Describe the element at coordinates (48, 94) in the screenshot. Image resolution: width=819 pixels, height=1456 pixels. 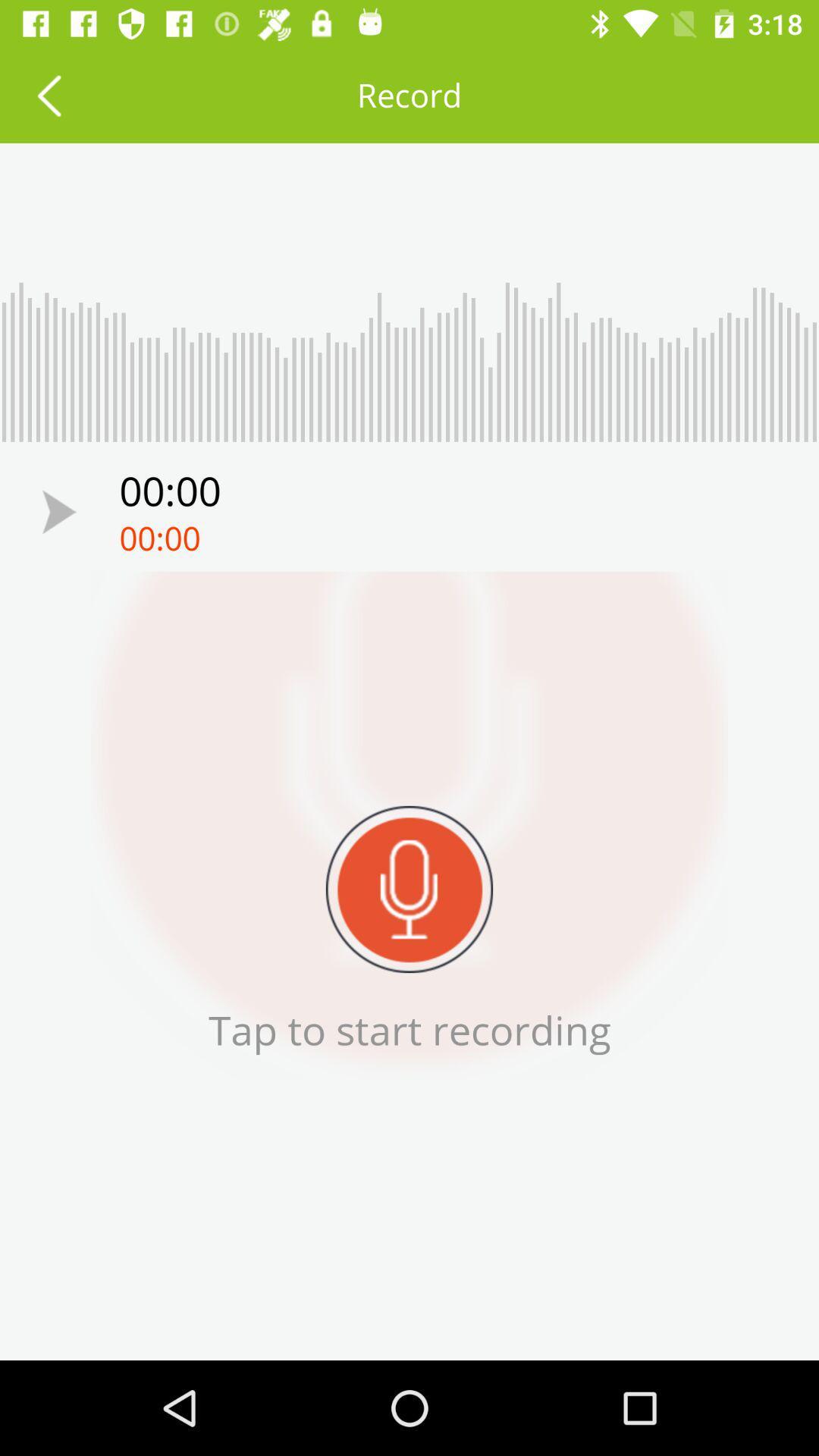
I see `go back` at that location.